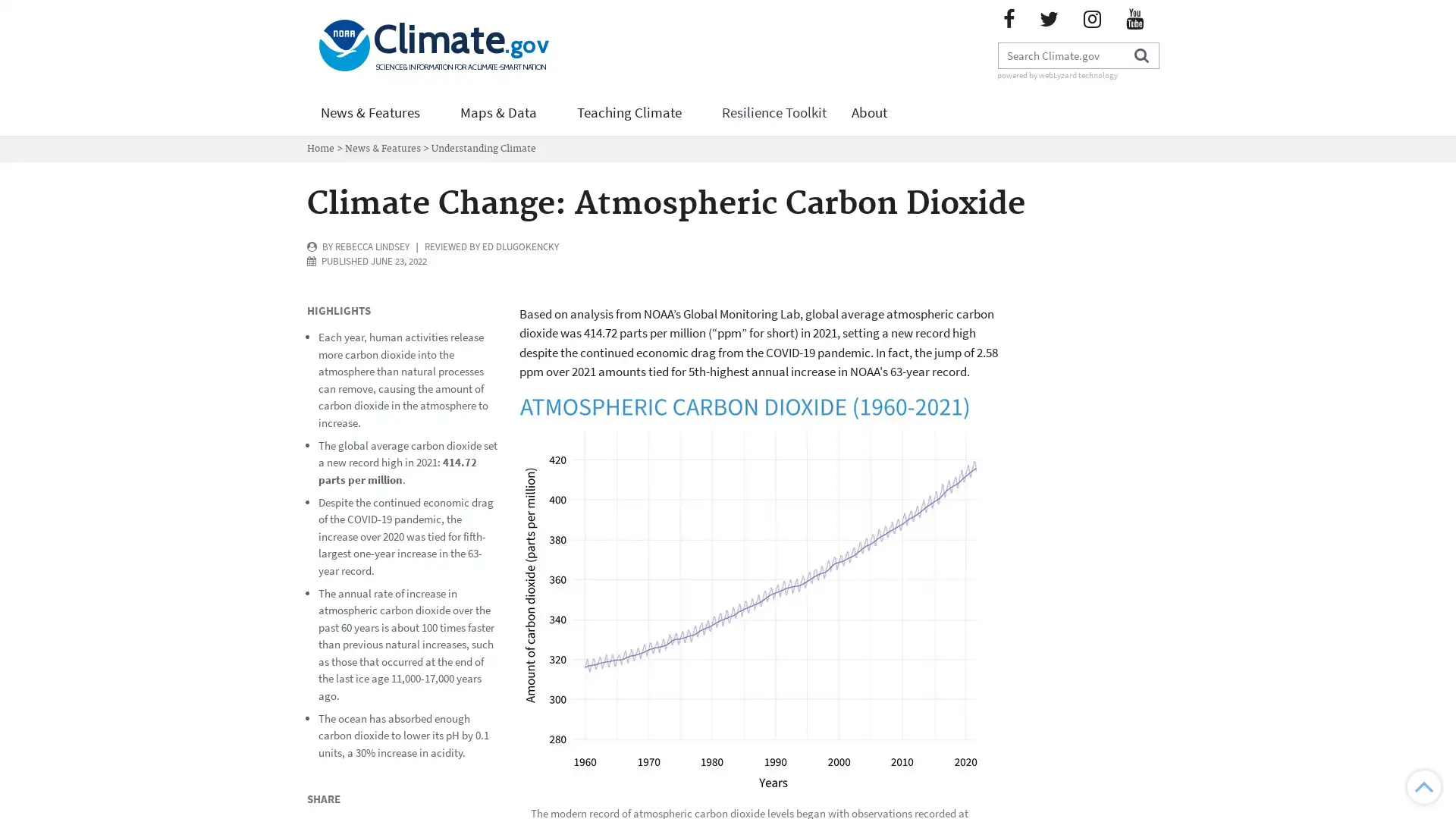  What do you see at coordinates (1141, 54) in the screenshot?
I see `Search` at bounding box center [1141, 54].